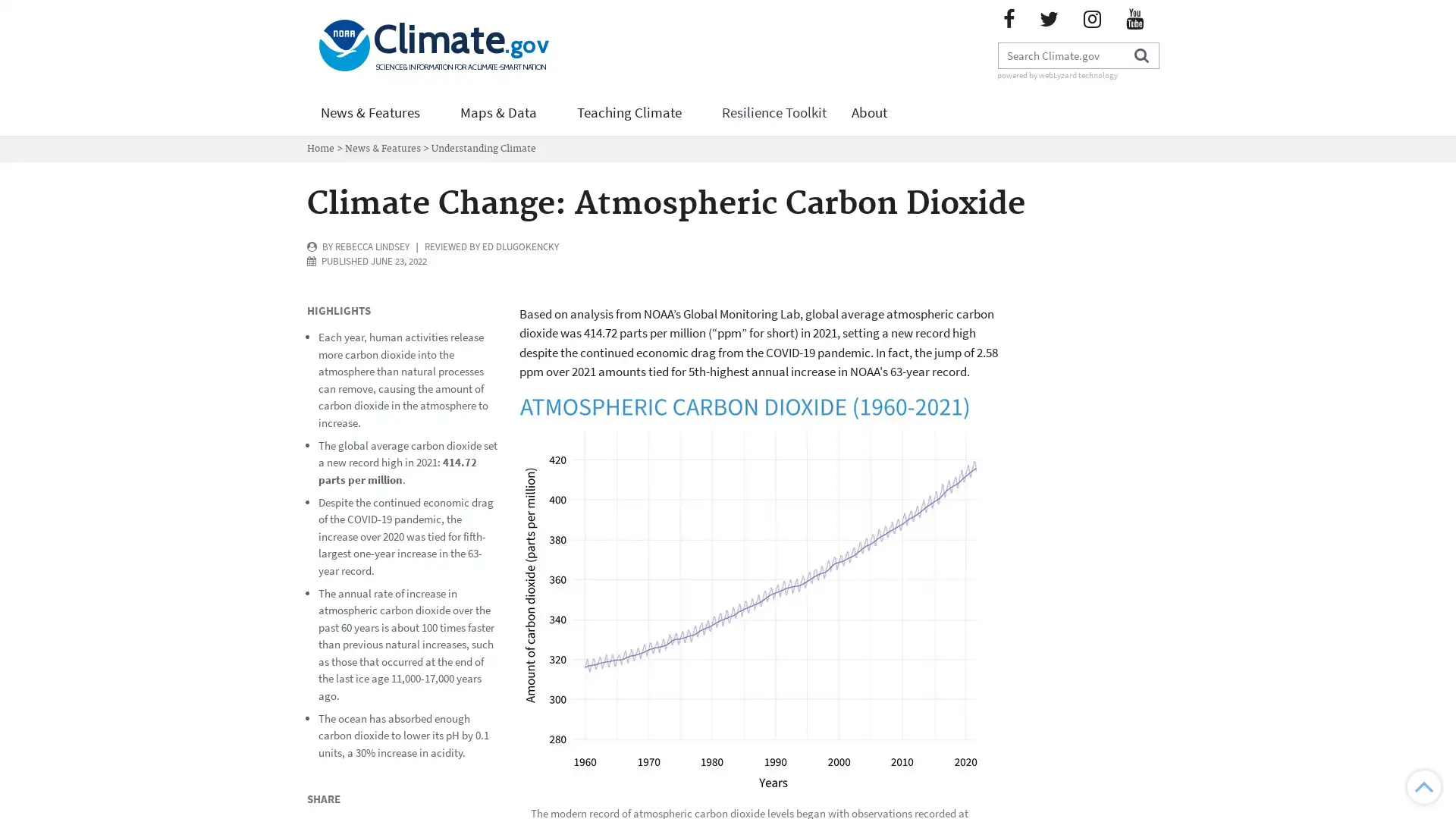  What do you see at coordinates (1141, 54) in the screenshot?
I see `Search` at bounding box center [1141, 54].